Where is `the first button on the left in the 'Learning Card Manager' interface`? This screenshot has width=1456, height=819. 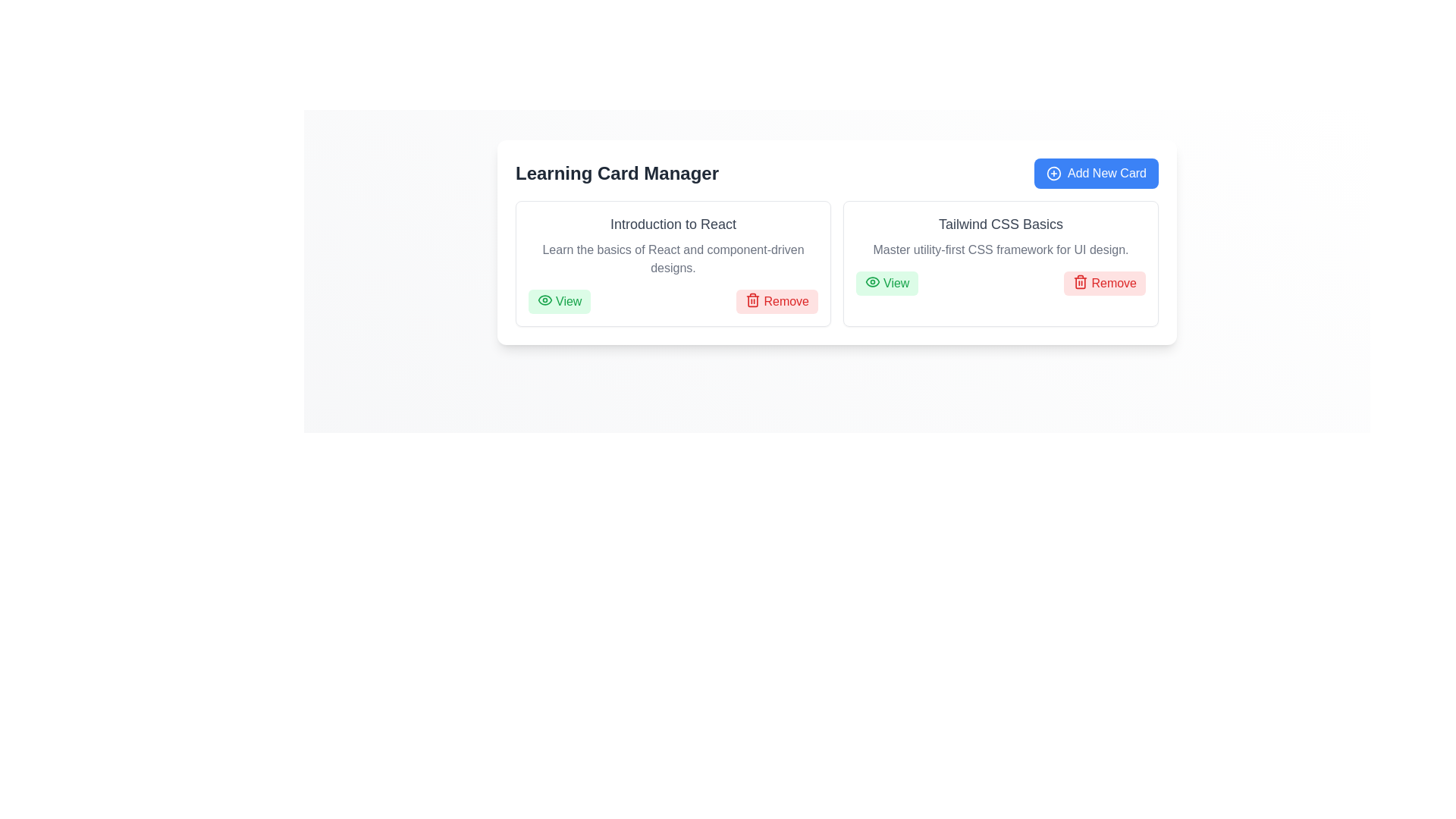 the first button on the left in the 'Learning Card Manager' interface is located at coordinates (559, 301).